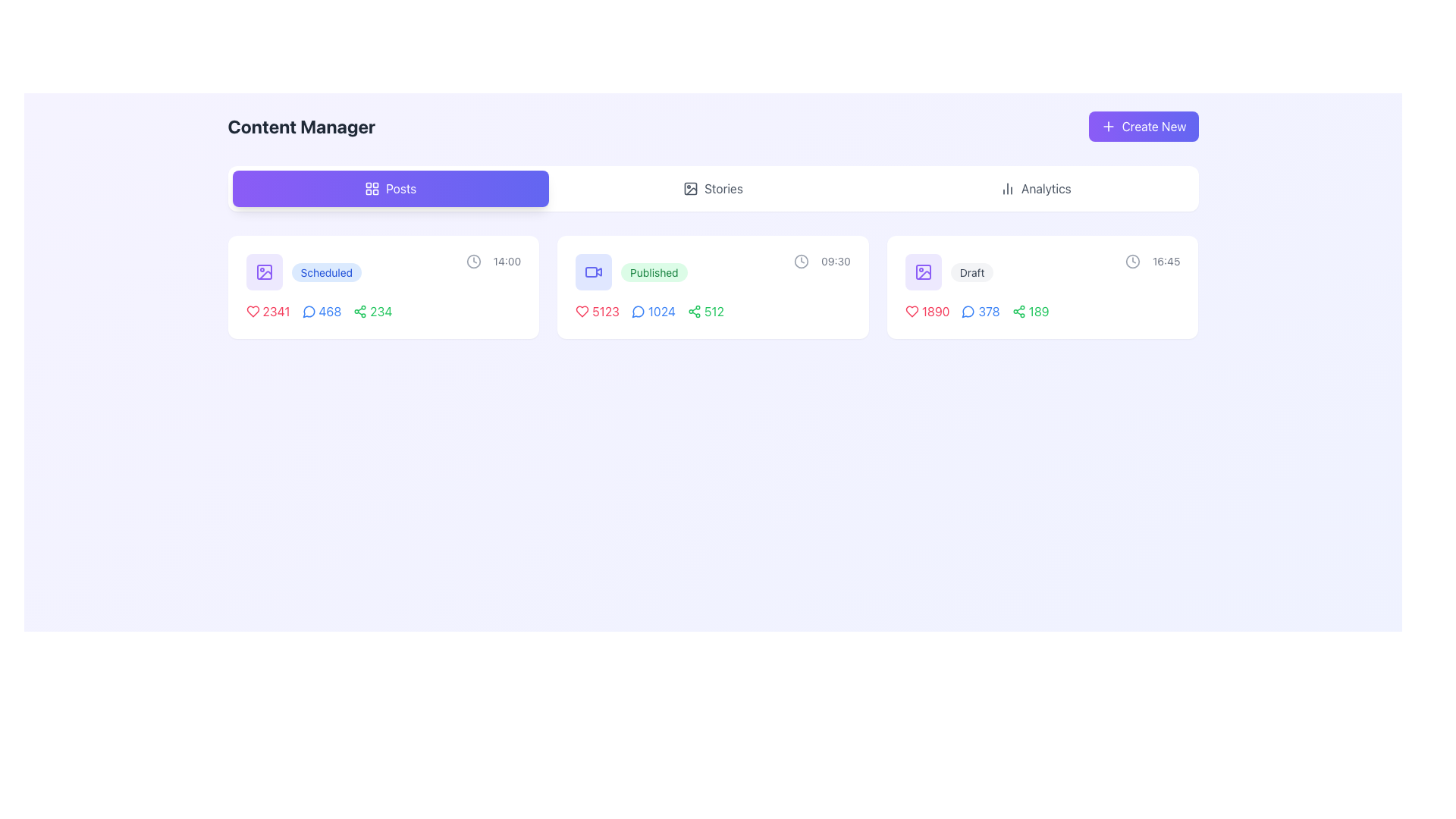  What do you see at coordinates (308, 311) in the screenshot?
I see `the comment icon located in the statistics area of the first content card, which is situated to the right of the heart icon and to the left of the numeric count '468'` at bounding box center [308, 311].